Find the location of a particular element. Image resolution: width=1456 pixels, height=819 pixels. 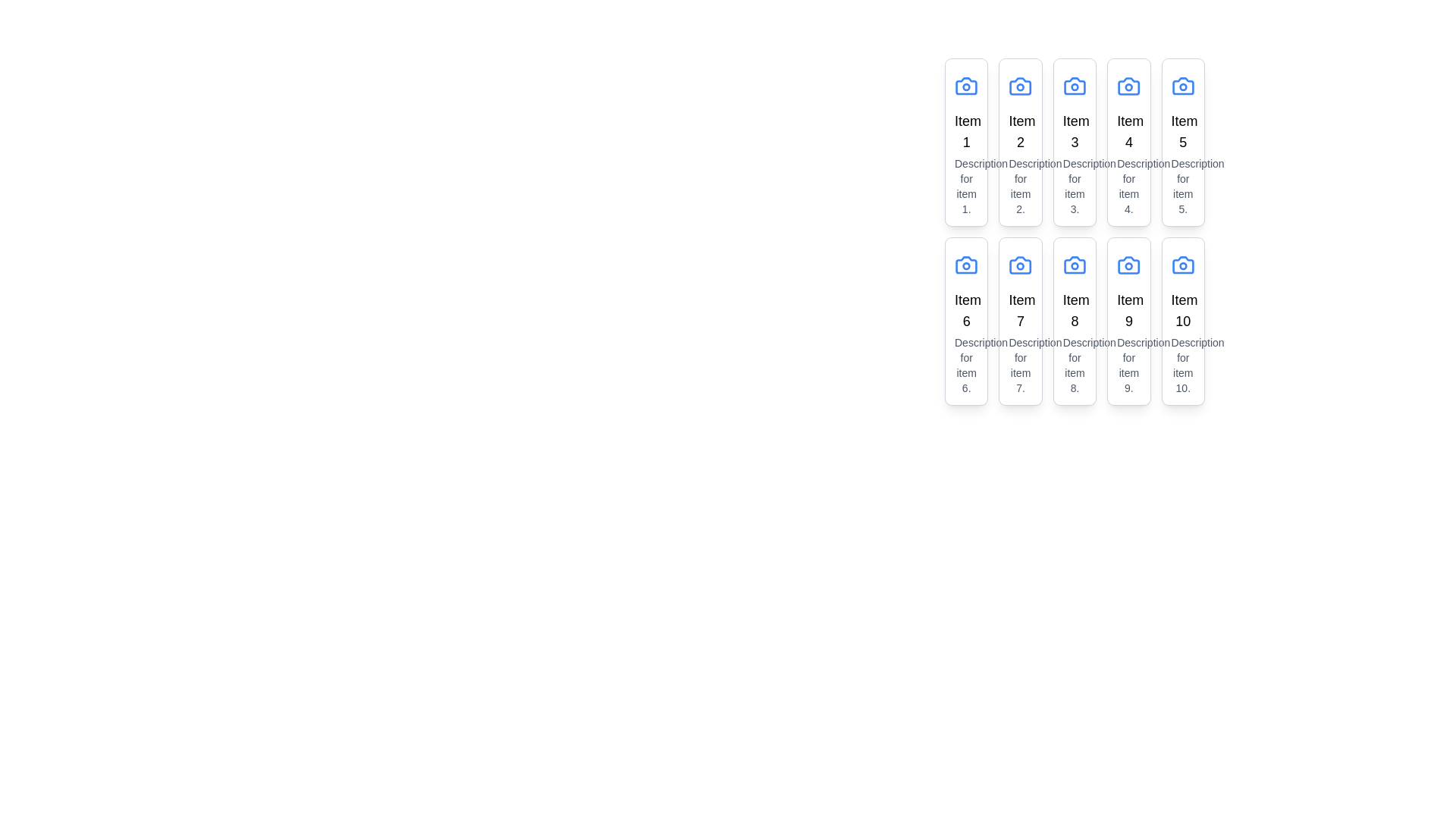

the camera icon located in the seventh item of a grid layout, which features a rectangular body, rounded corners, a lens protrusion, and a handle-like structure, all styled in monochrome blue is located at coordinates (1021, 265).